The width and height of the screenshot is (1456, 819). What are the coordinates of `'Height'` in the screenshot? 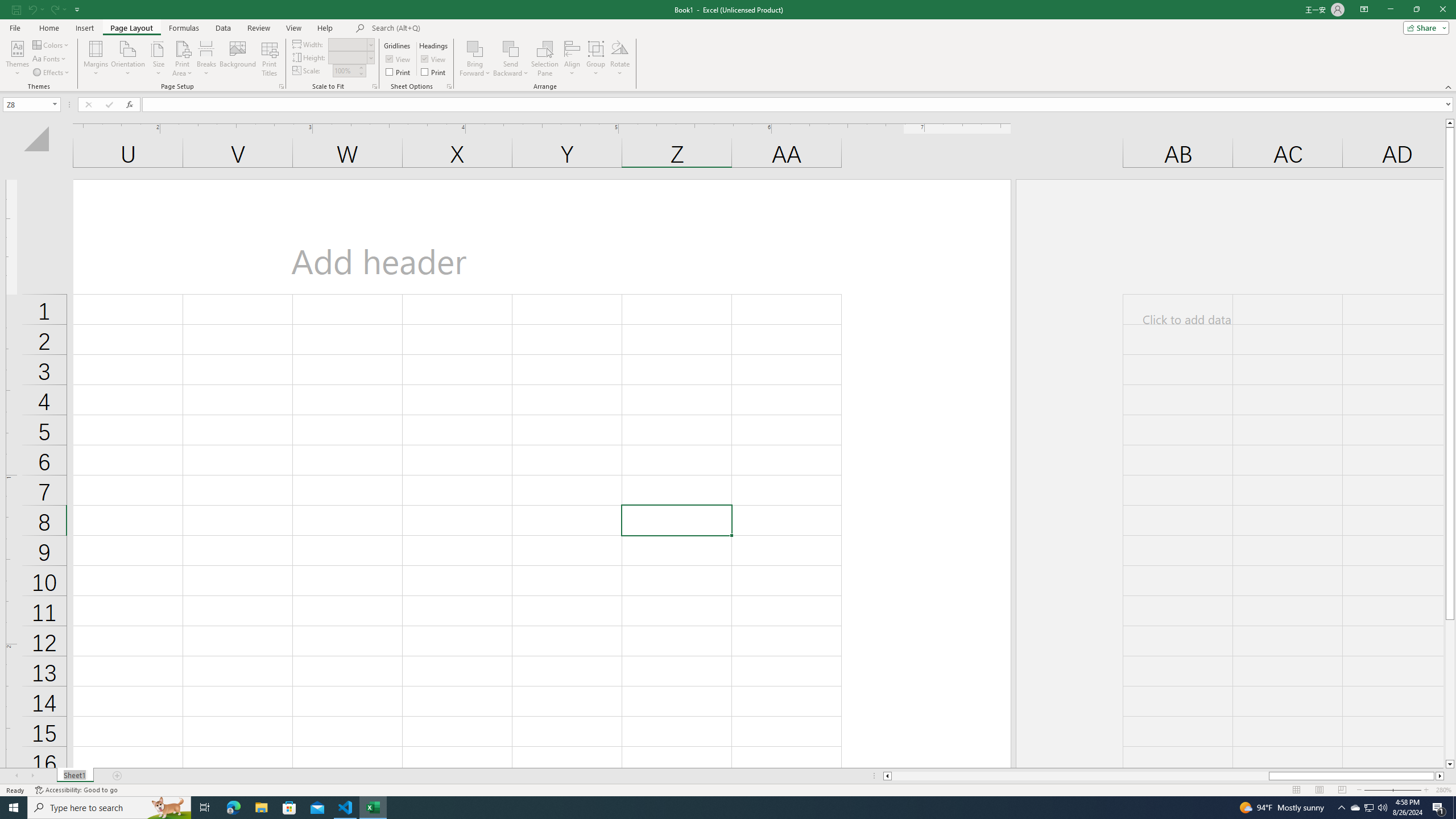 It's located at (348, 57).